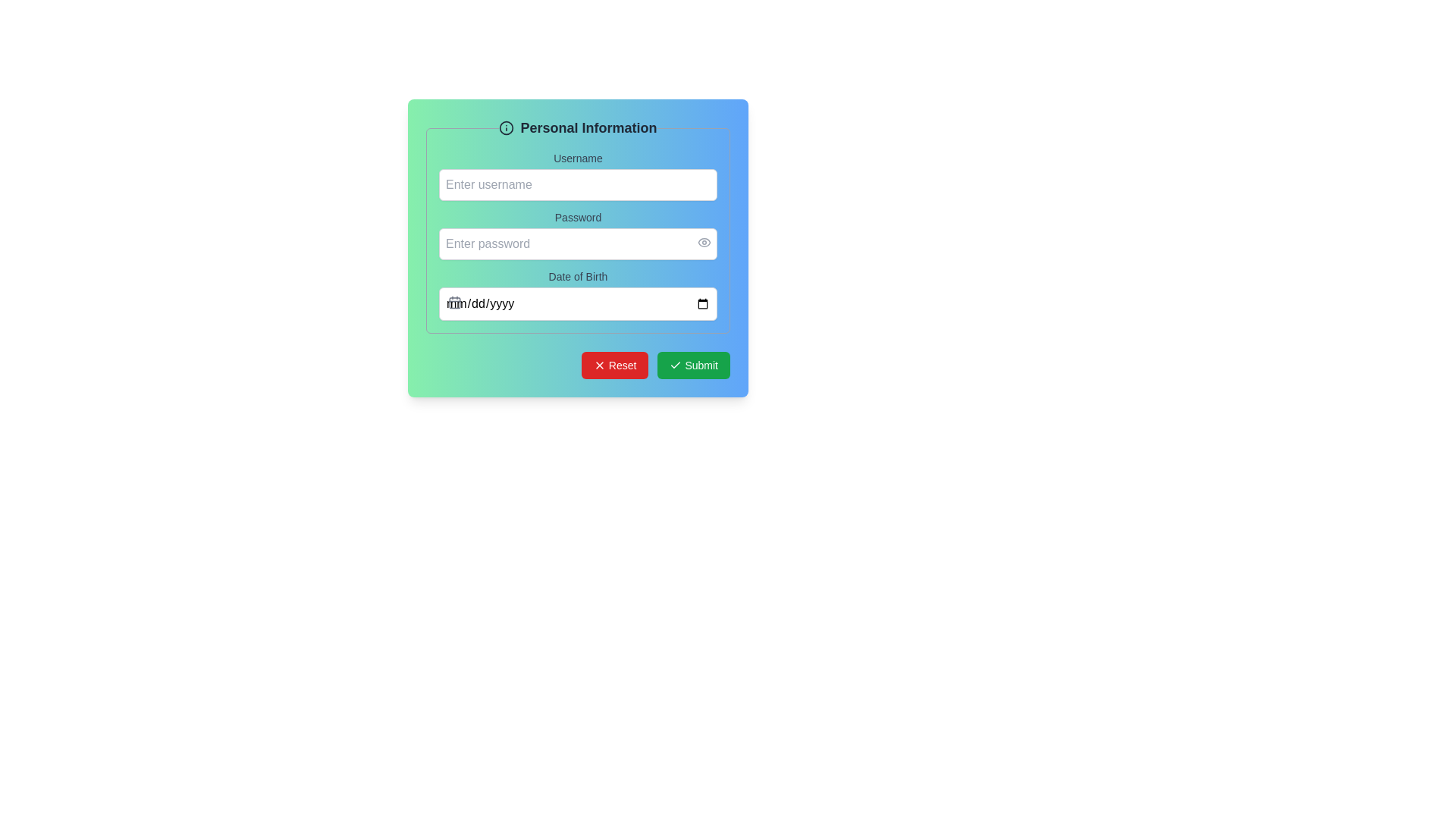 The width and height of the screenshot is (1456, 819). What do you see at coordinates (577, 242) in the screenshot?
I see `the Password input field to focus on it, which is styled with a gray border and rounded corners, located in the middle section of the form beneath the 'Username' field` at bounding box center [577, 242].